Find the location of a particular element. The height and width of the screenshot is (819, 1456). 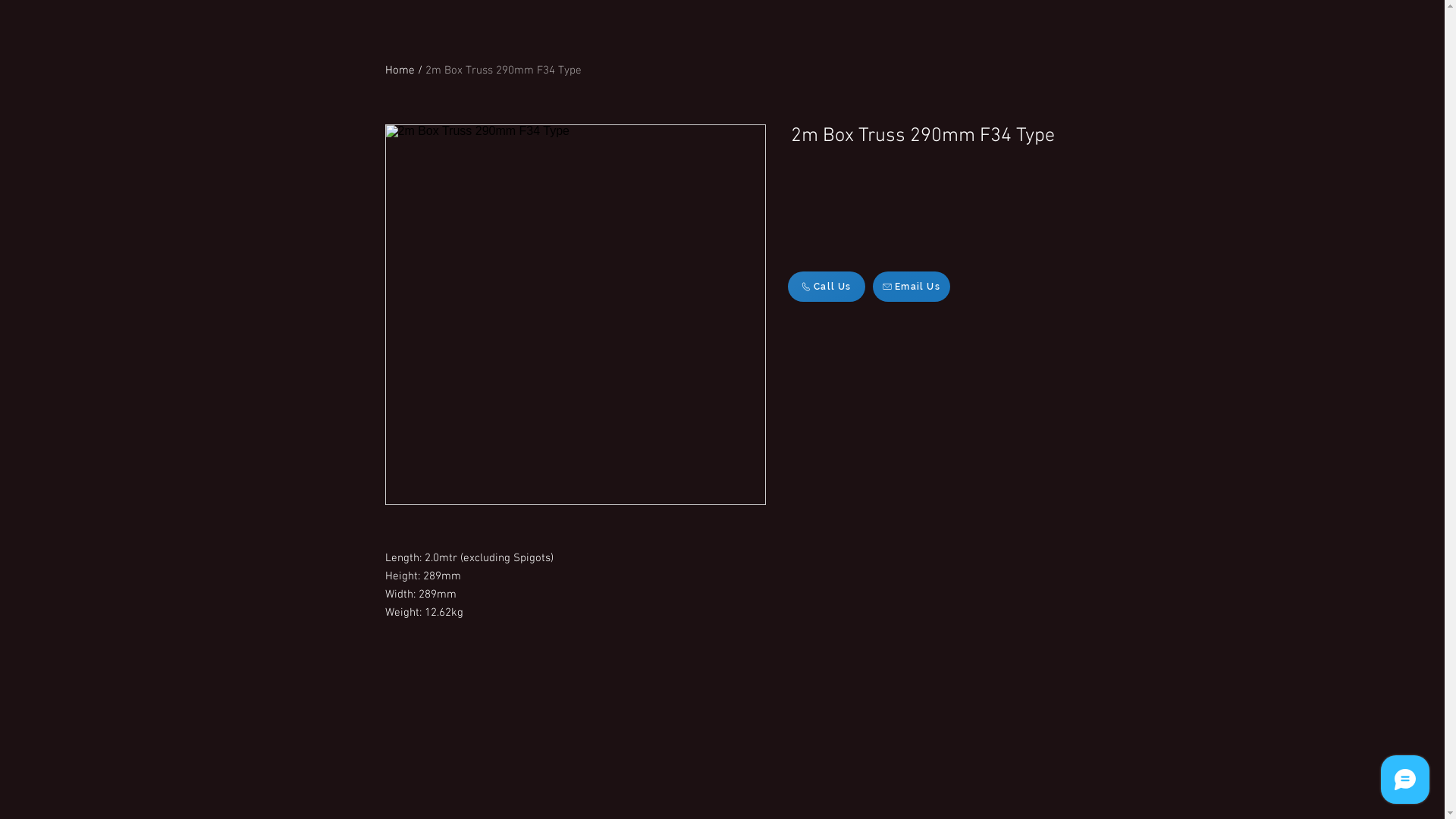

'Call Us' is located at coordinates (825, 287).